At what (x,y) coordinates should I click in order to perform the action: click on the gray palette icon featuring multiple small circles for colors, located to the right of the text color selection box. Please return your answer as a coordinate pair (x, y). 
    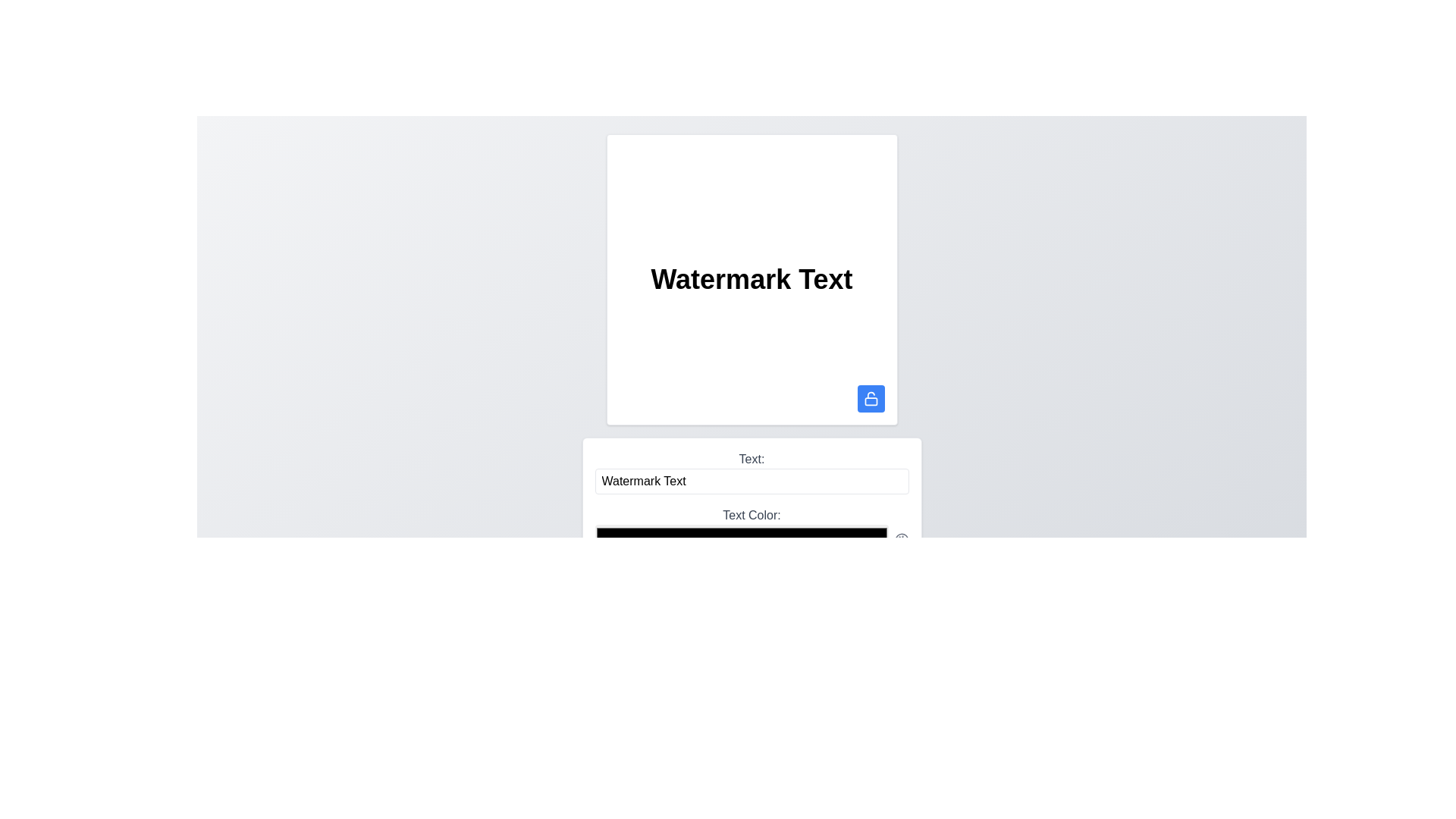
    Looking at the image, I should click on (902, 539).